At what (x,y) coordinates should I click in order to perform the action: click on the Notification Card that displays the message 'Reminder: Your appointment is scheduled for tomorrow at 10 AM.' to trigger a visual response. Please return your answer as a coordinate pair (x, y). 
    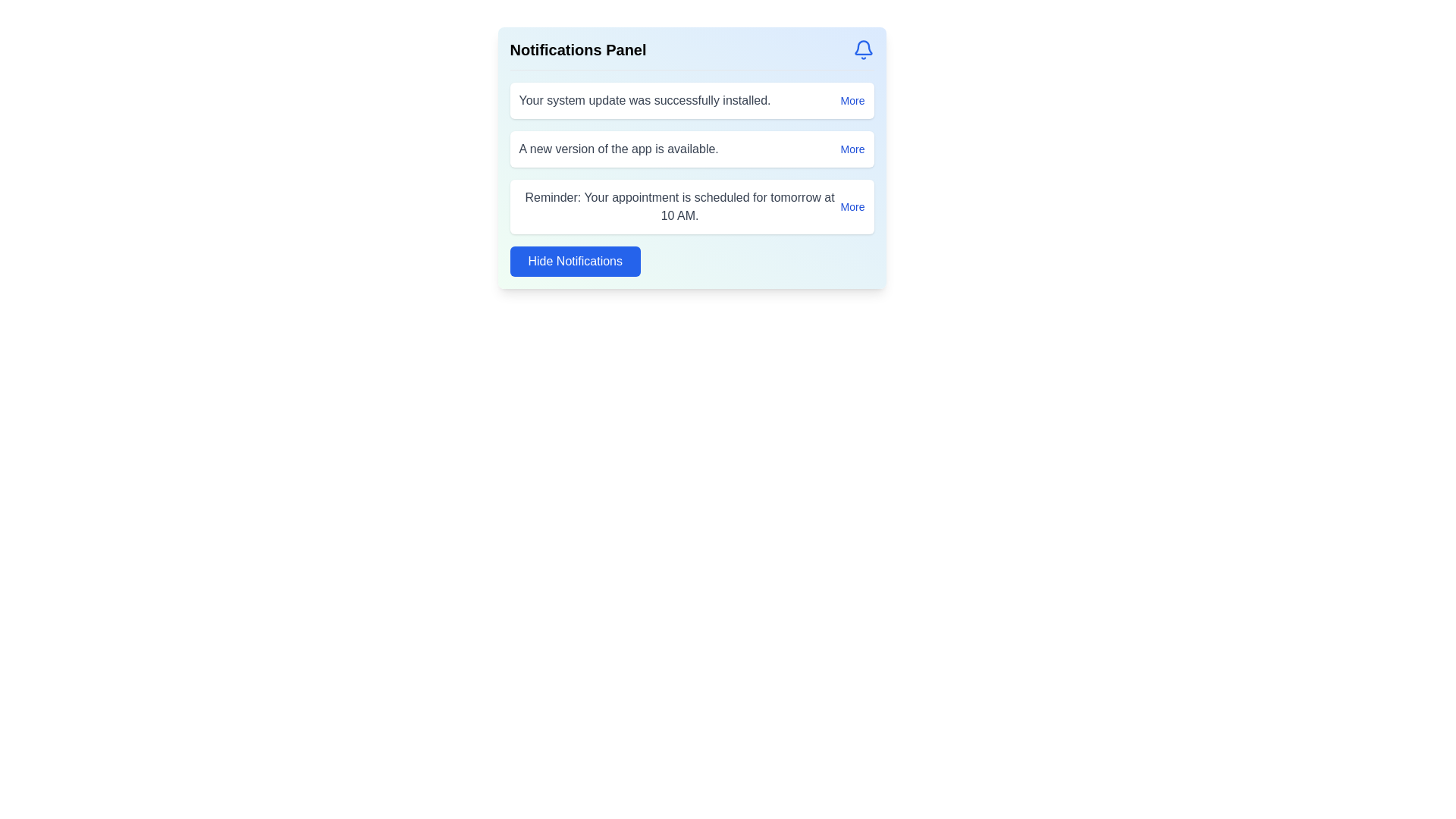
    Looking at the image, I should click on (691, 207).